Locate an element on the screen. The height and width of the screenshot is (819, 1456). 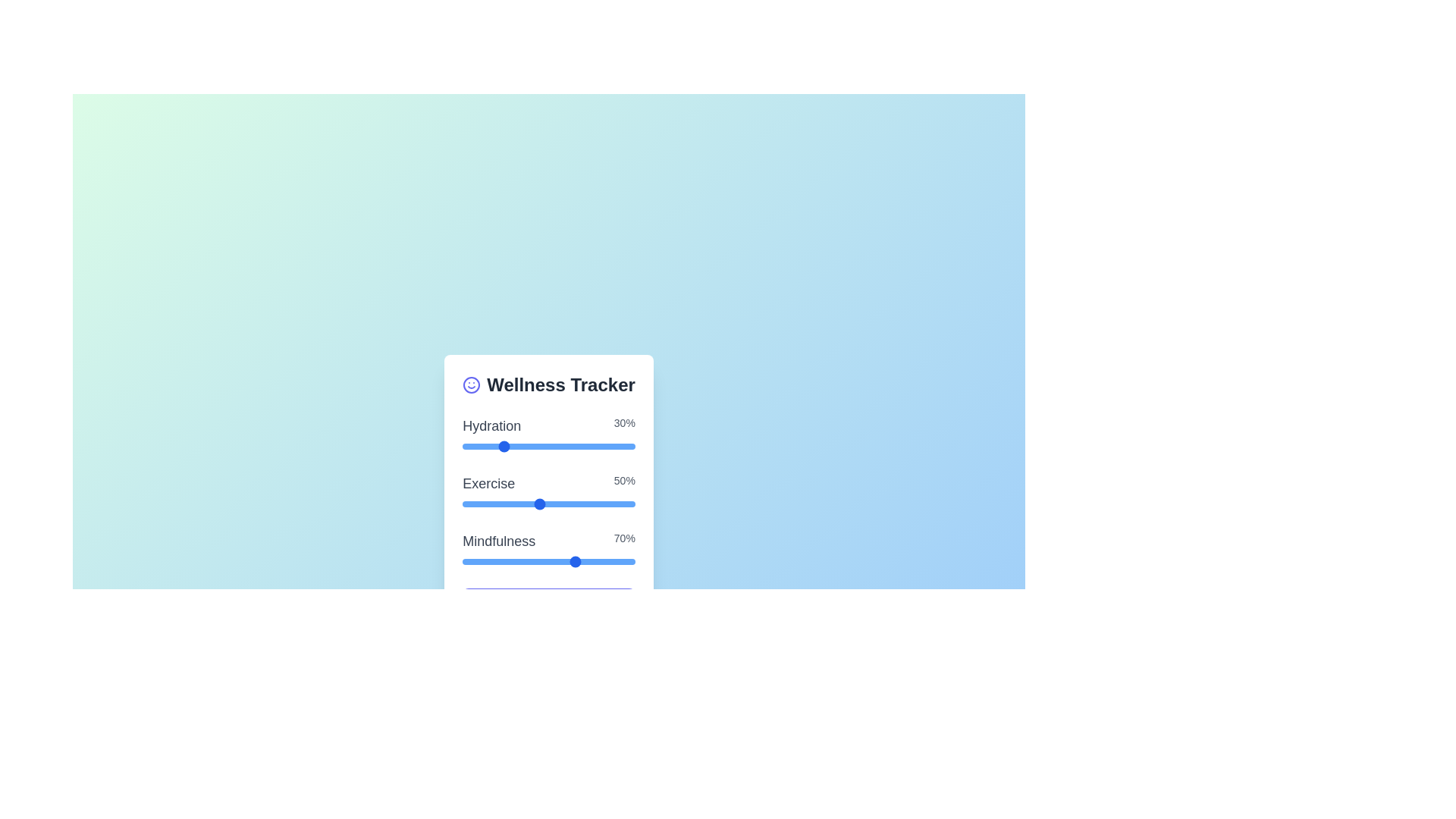
the 'Mindfulness' slider to set its value to 3 is located at coordinates (500, 561).